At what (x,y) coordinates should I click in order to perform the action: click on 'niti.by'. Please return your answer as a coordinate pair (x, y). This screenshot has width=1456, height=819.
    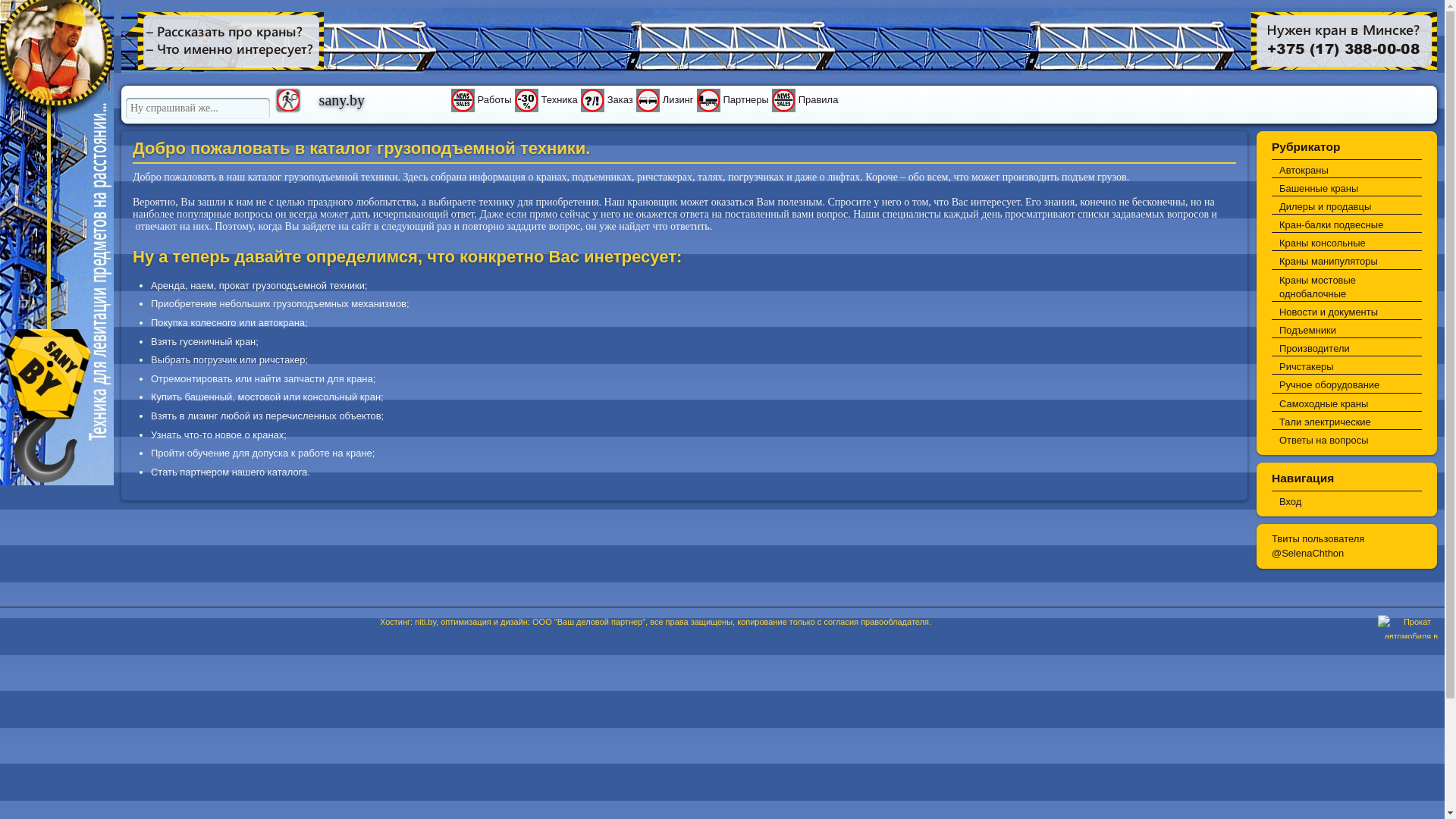
    Looking at the image, I should click on (415, 622).